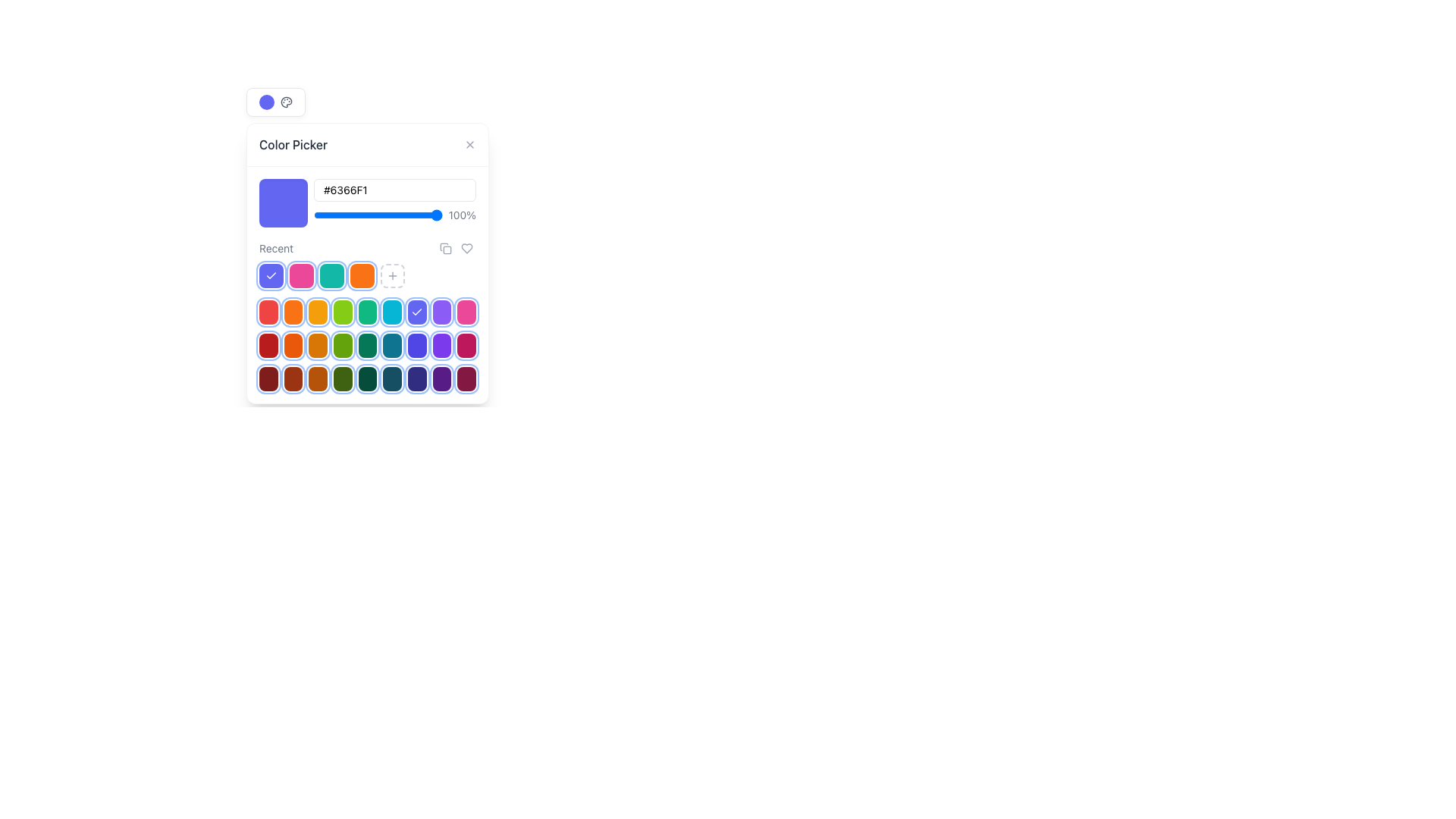  Describe the element at coordinates (365, 215) in the screenshot. I see `the slider` at that location.